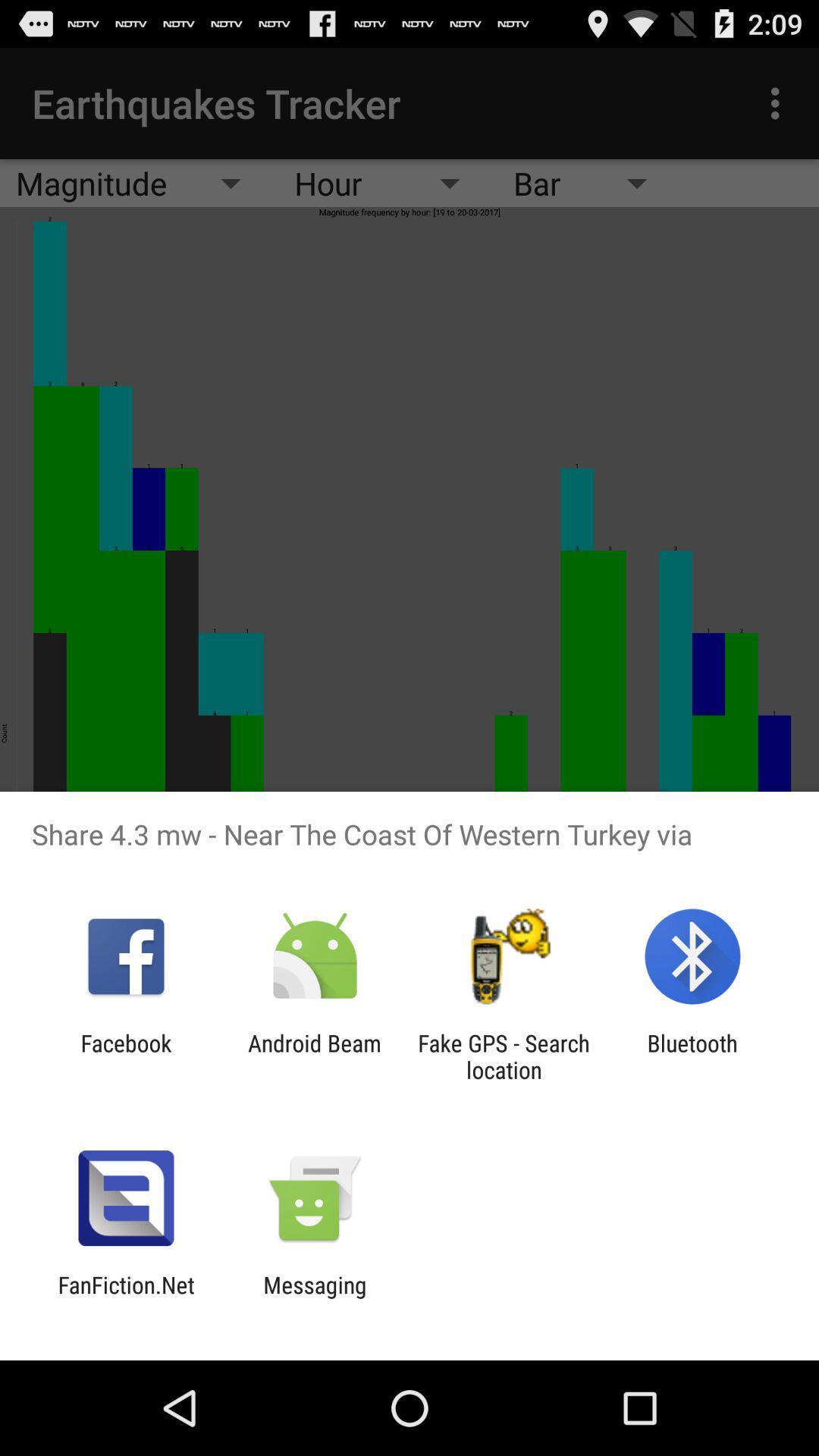 The width and height of the screenshot is (819, 1456). Describe the element at coordinates (125, 1298) in the screenshot. I see `the fanfiction.net` at that location.